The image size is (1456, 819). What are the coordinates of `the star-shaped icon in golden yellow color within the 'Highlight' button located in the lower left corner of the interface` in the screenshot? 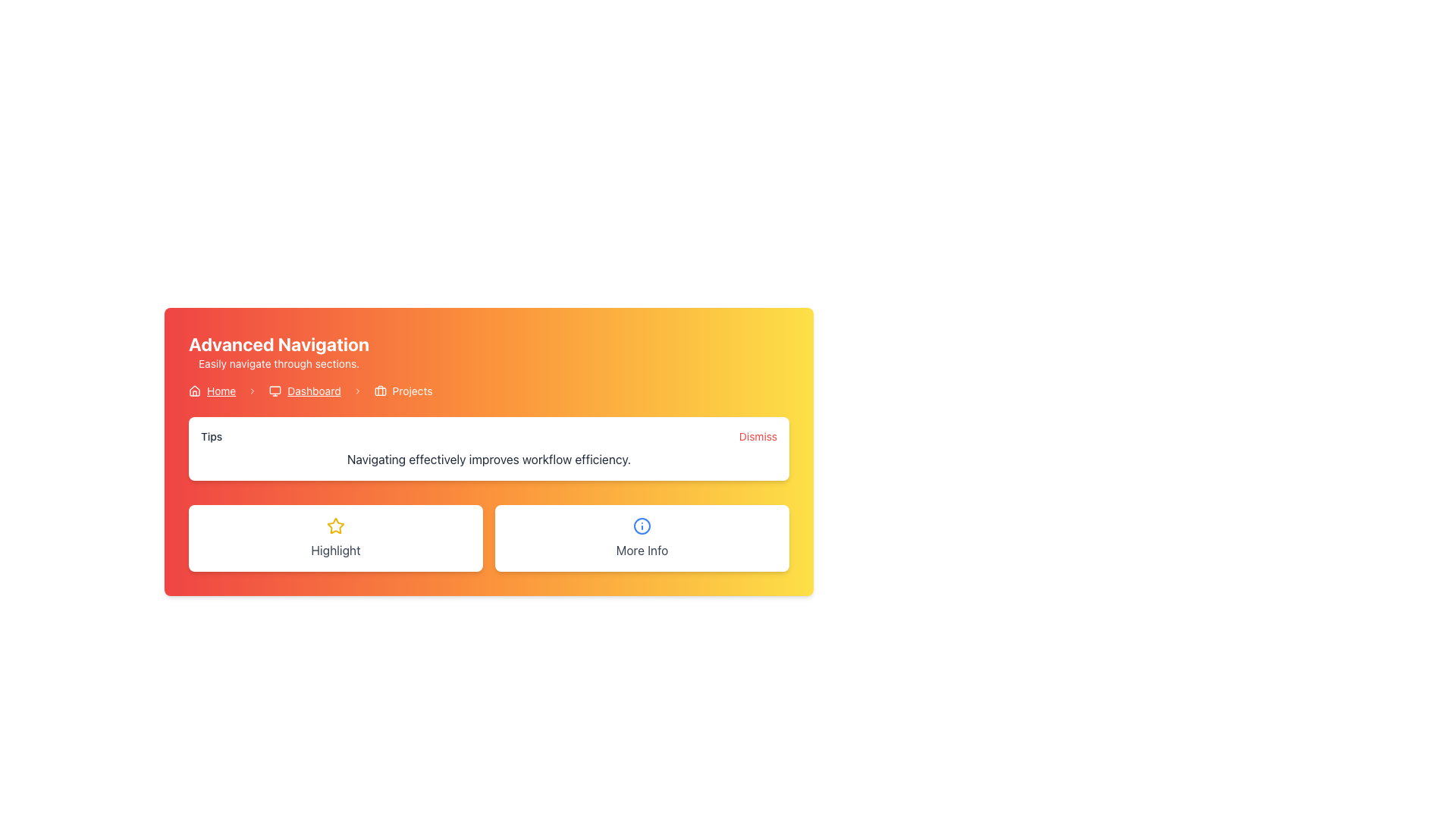 It's located at (334, 525).